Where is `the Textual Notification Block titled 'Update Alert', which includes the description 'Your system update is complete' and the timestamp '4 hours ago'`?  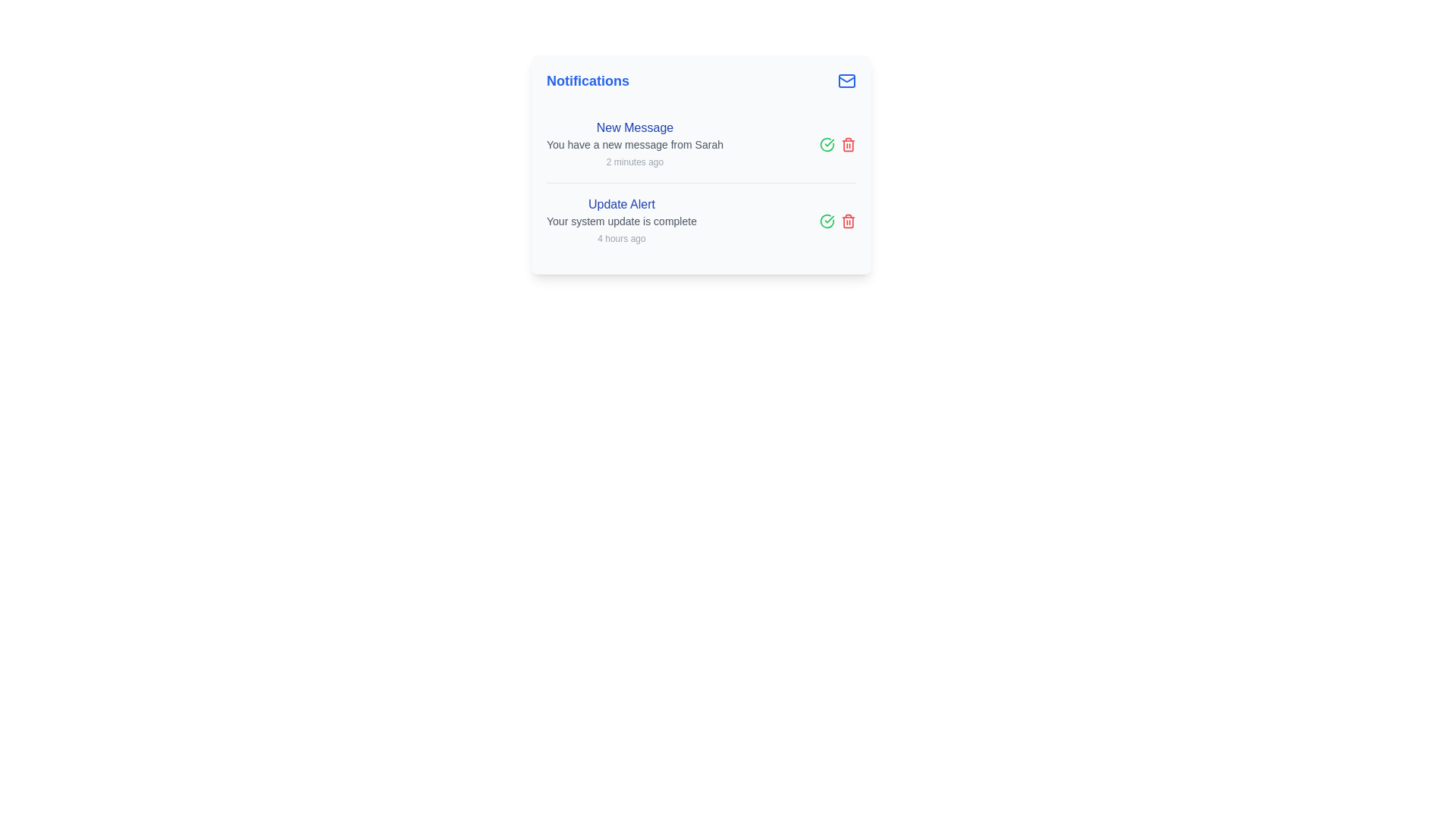 the Textual Notification Block titled 'Update Alert', which includes the description 'Your system update is complete' and the timestamp '4 hours ago' is located at coordinates (622, 221).